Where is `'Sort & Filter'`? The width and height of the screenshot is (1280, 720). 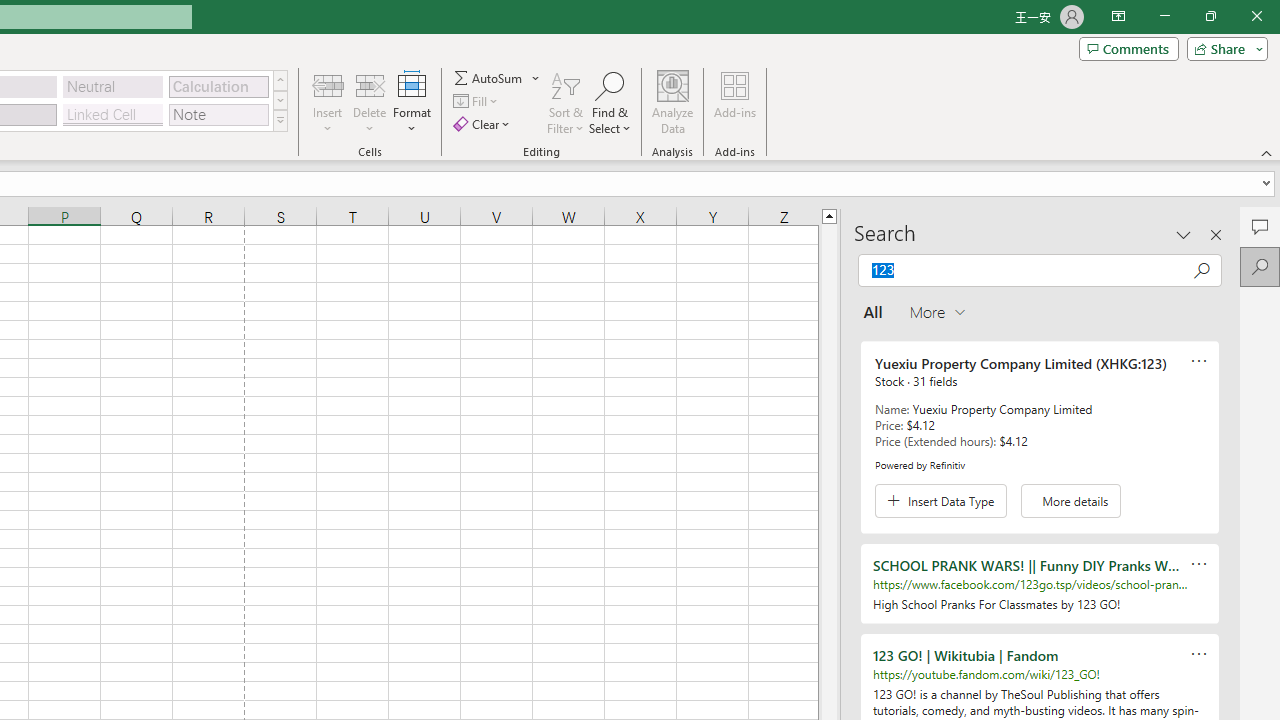
'Sort & Filter' is located at coordinates (565, 103).